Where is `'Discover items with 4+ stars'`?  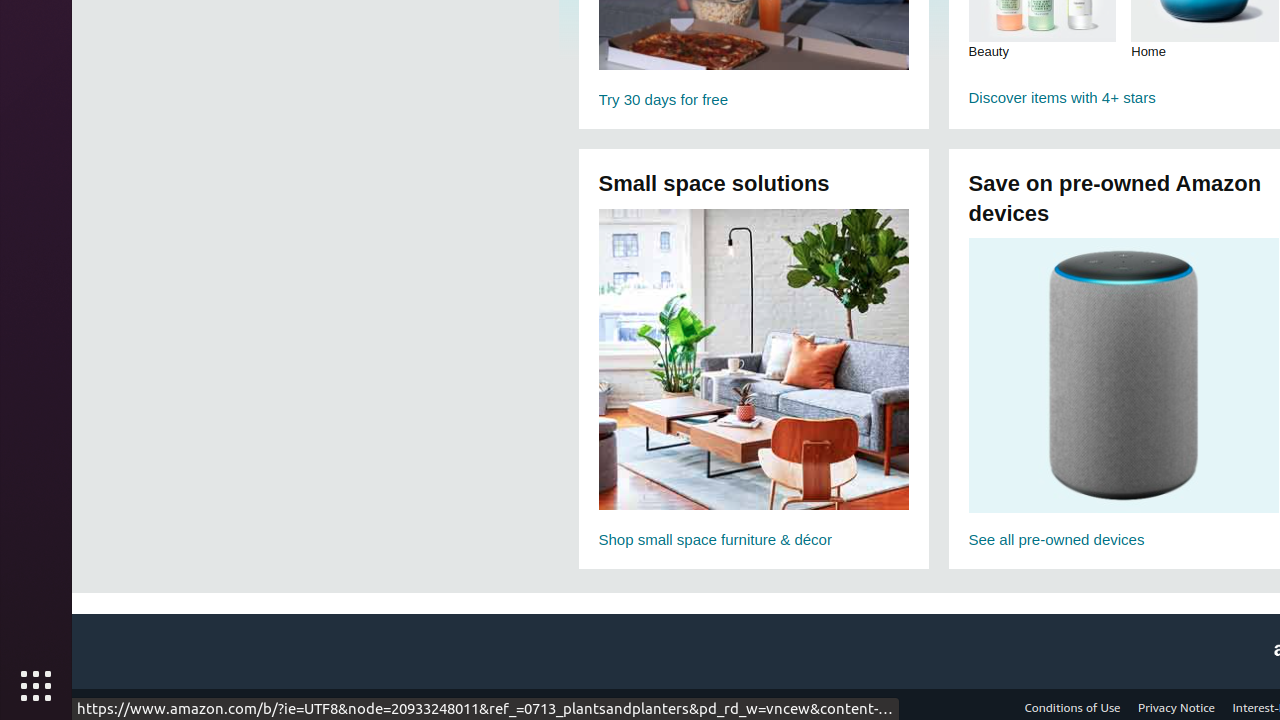
'Discover items with 4+ stars' is located at coordinates (1123, 97).